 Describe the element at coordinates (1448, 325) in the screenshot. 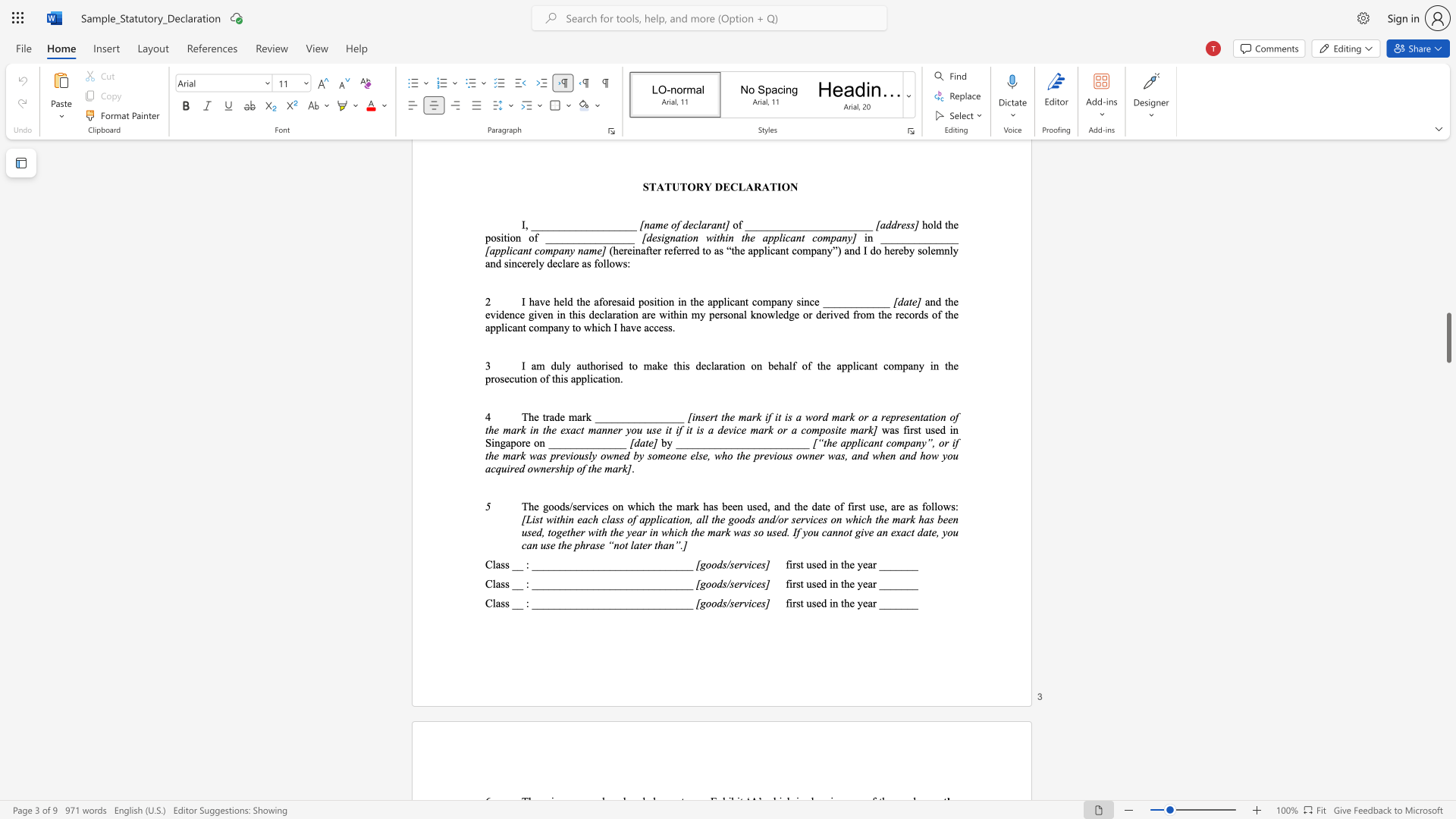

I see `the vertical scrollbar to raise the page content` at that location.